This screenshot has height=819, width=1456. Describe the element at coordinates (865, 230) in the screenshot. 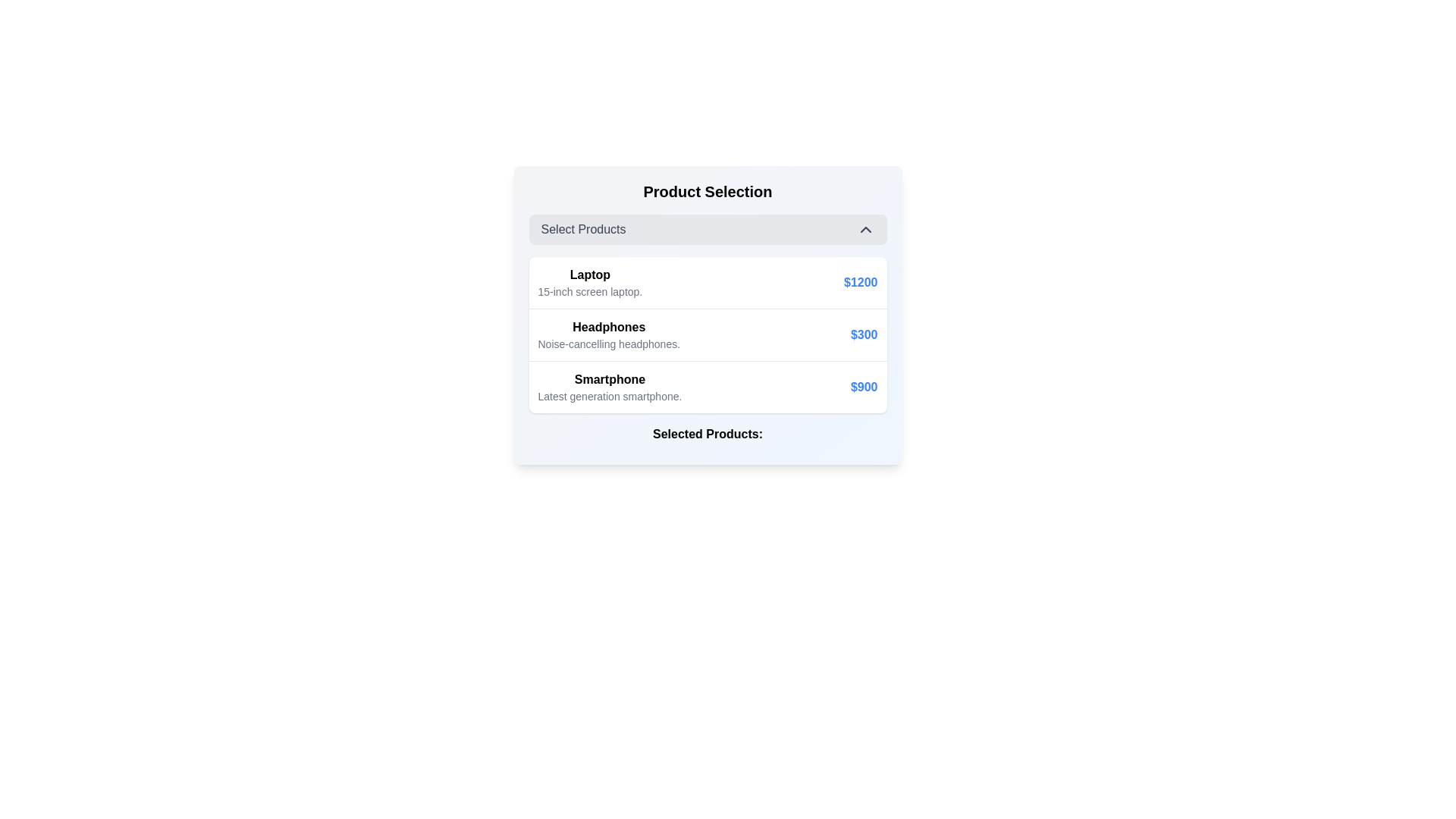

I see `the upward-pointing chevron icon located on the right-hand side of the 'Select Products' button` at that location.